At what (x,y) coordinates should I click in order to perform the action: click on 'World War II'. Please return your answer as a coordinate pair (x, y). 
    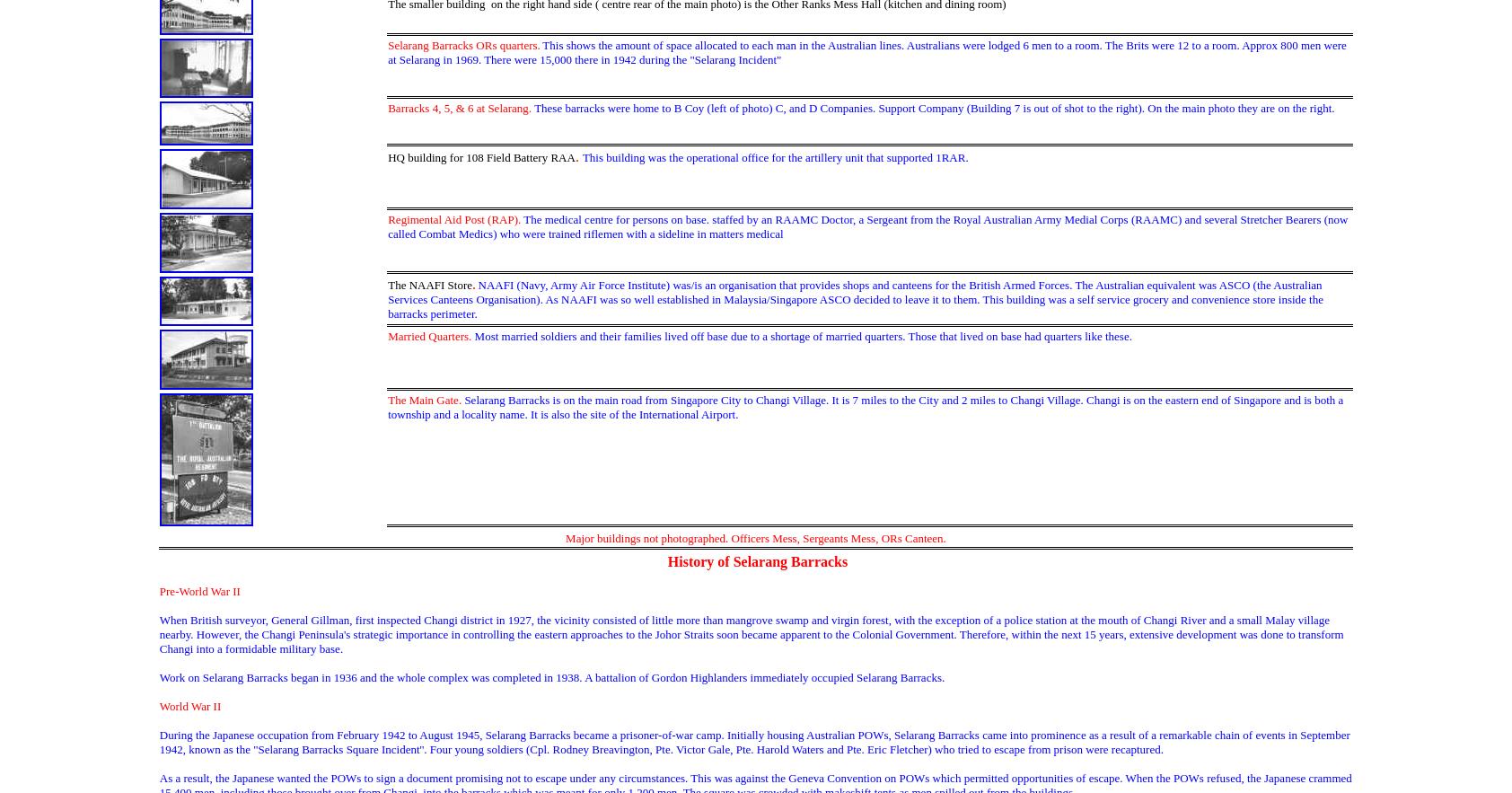
    Looking at the image, I should click on (189, 705).